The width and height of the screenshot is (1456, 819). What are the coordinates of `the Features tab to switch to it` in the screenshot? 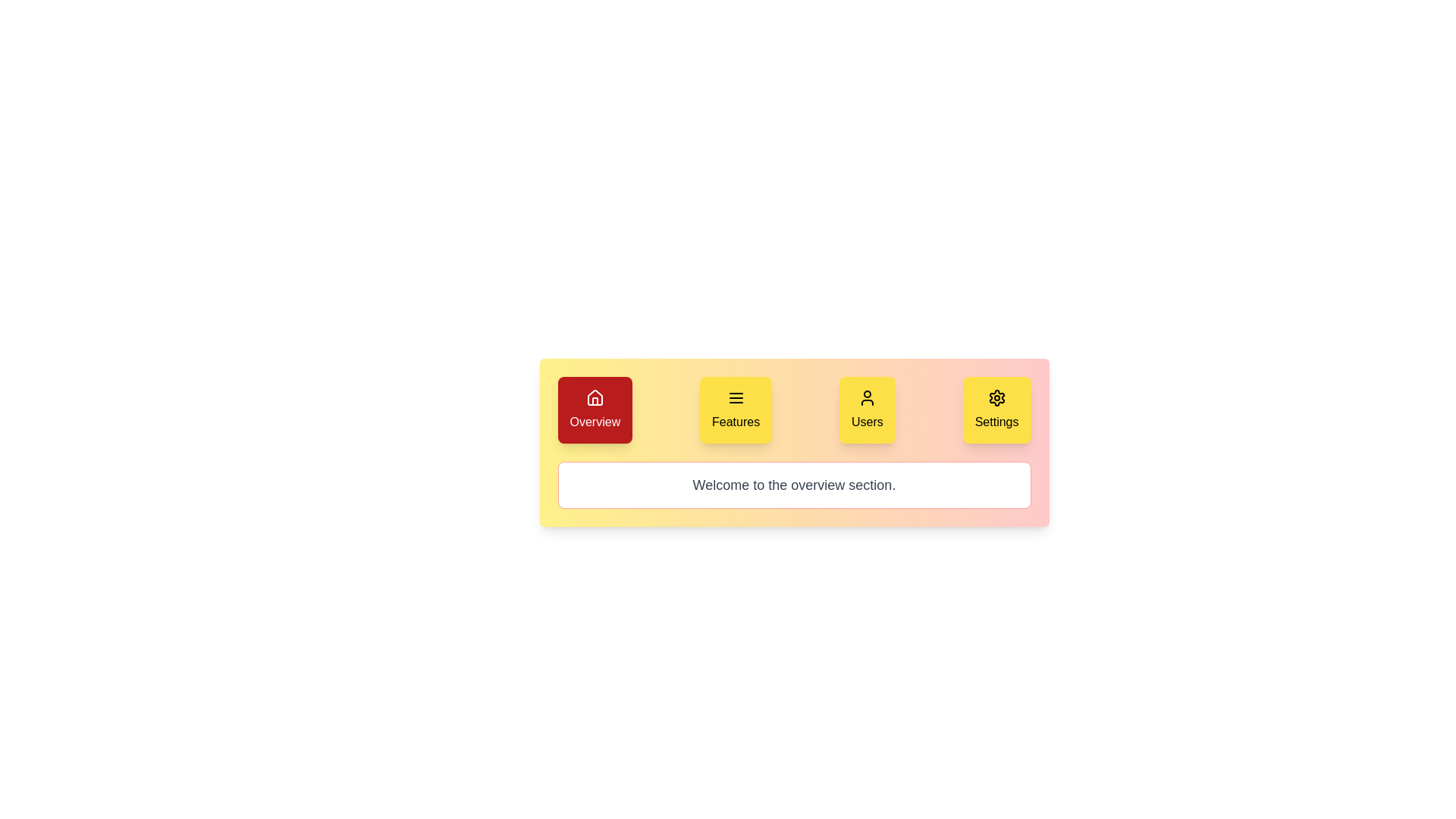 It's located at (736, 409).